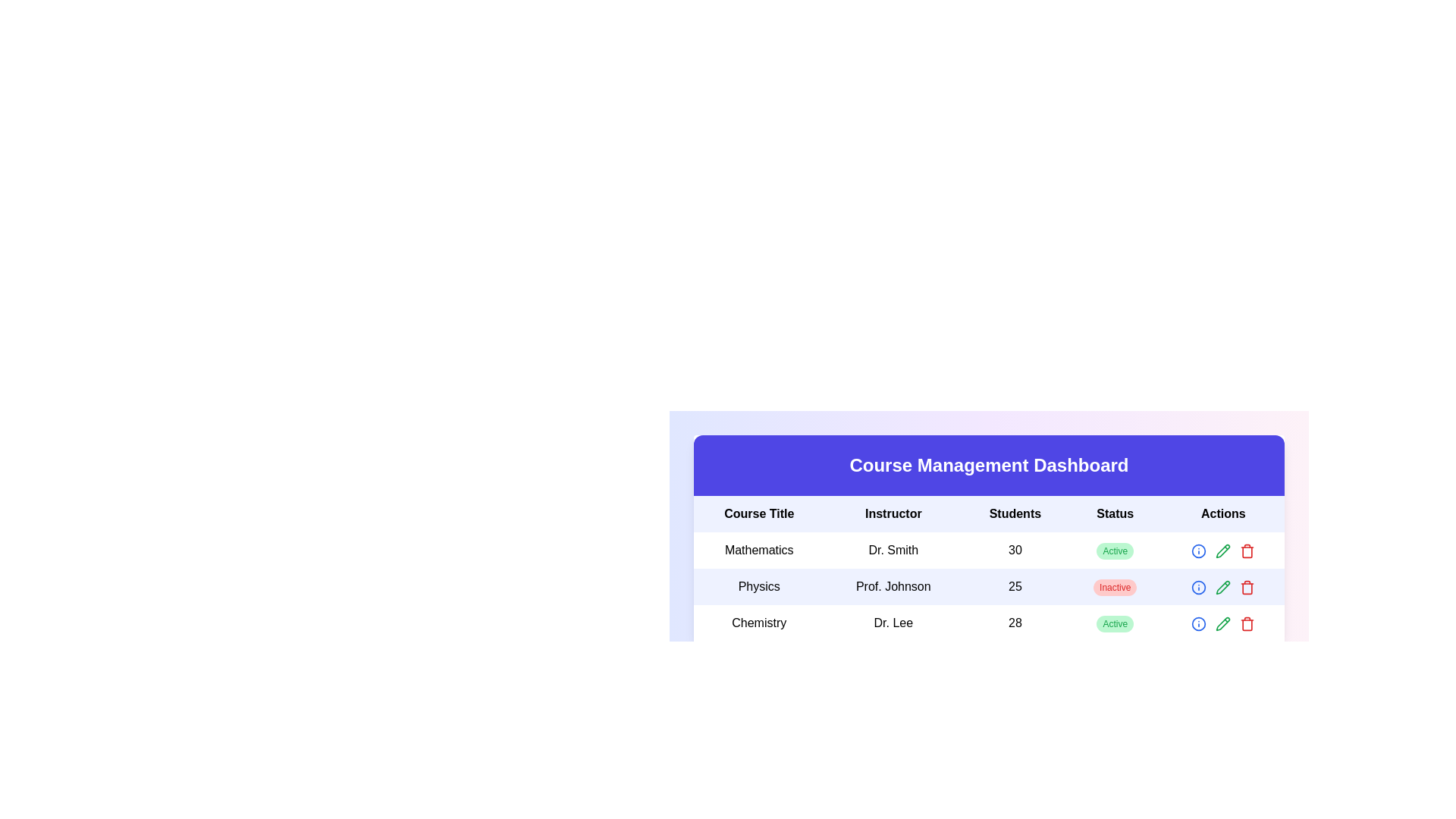  Describe the element at coordinates (1115, 623) in the screenshot. I see `the 'Active' status badge, which is a small oval-shaped badge with a green background located in the 'Status' column of the third row in the 'Course Management Dashboard'` at that location.